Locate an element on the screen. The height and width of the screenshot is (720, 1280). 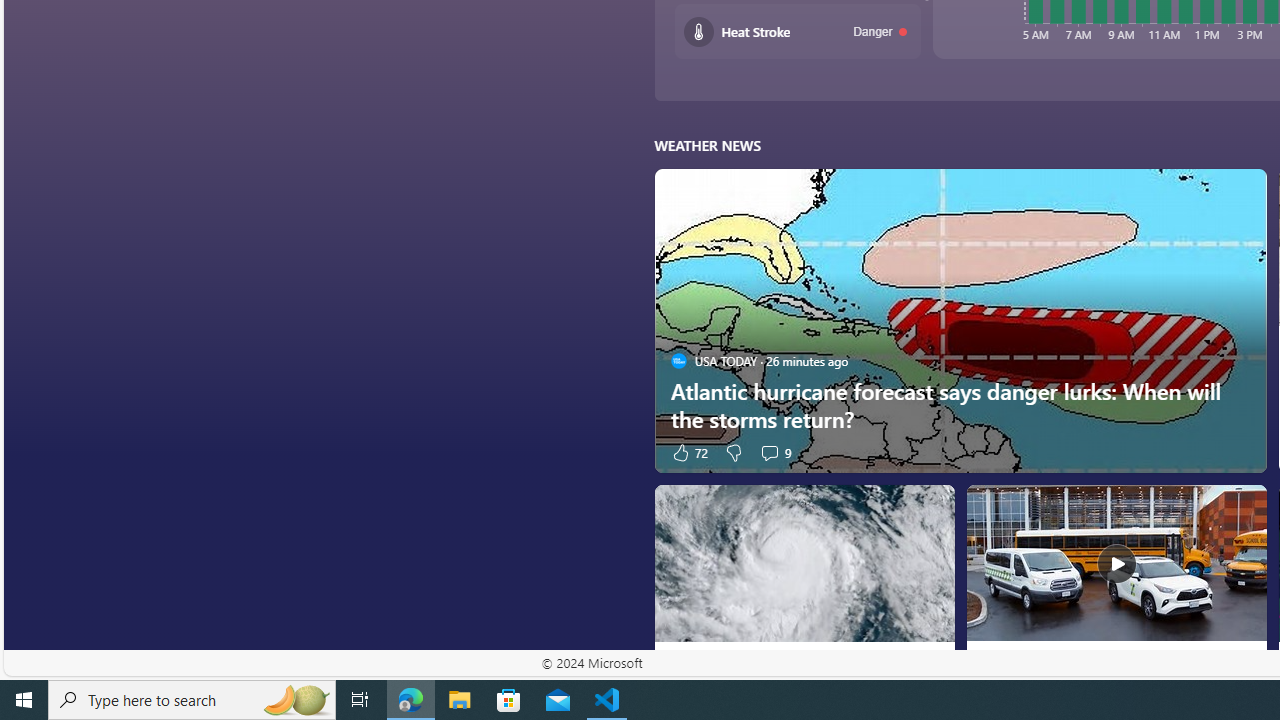
'Heat stroke Danger' is located at coordinates (797, 31).